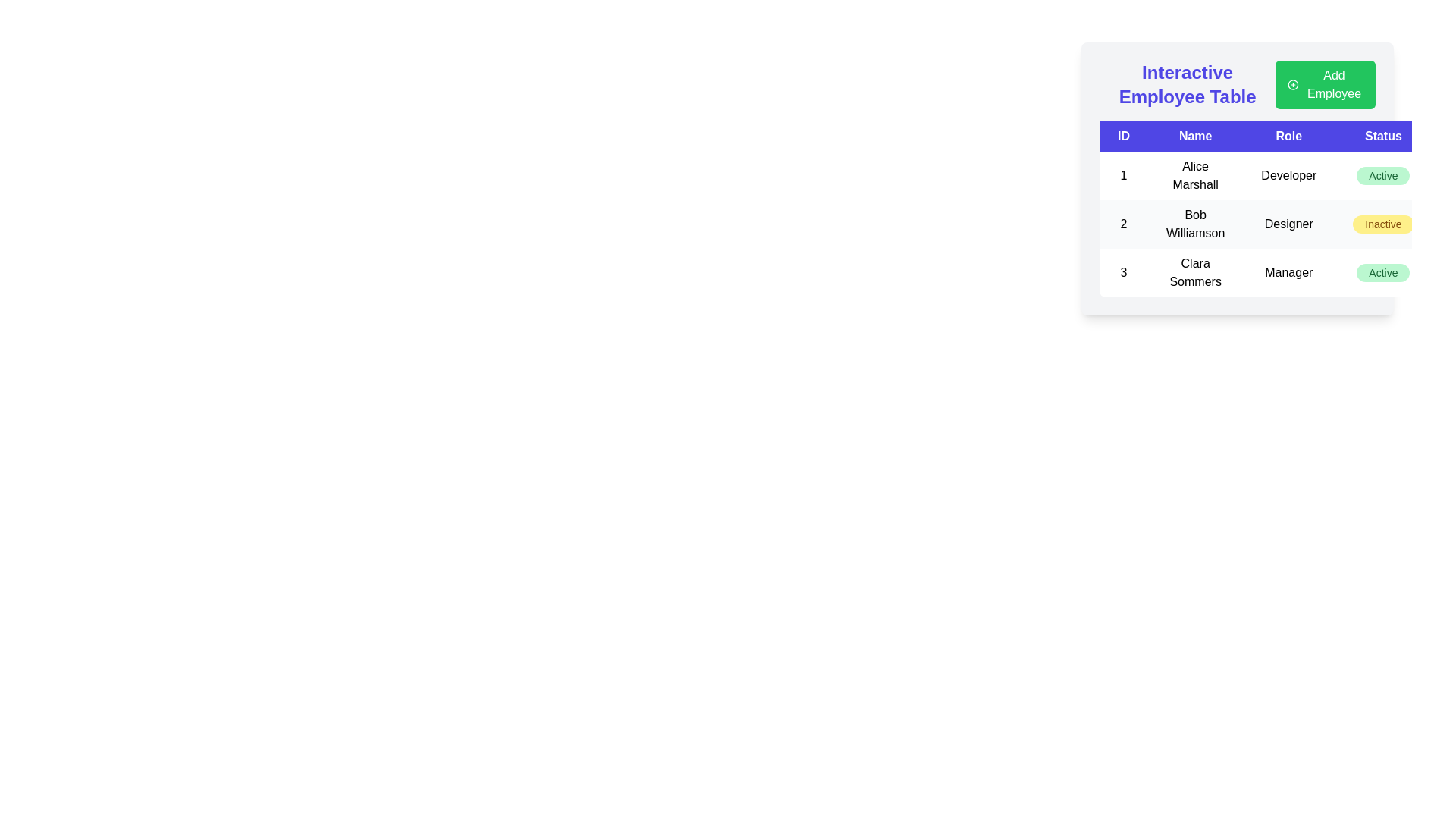 This screenshot has width=1456, height=819. I want to click on the first Table Header Cell in the 'Interactive Employee Table' that indicates unique identifiers for each row entry, so click(1124, 136).